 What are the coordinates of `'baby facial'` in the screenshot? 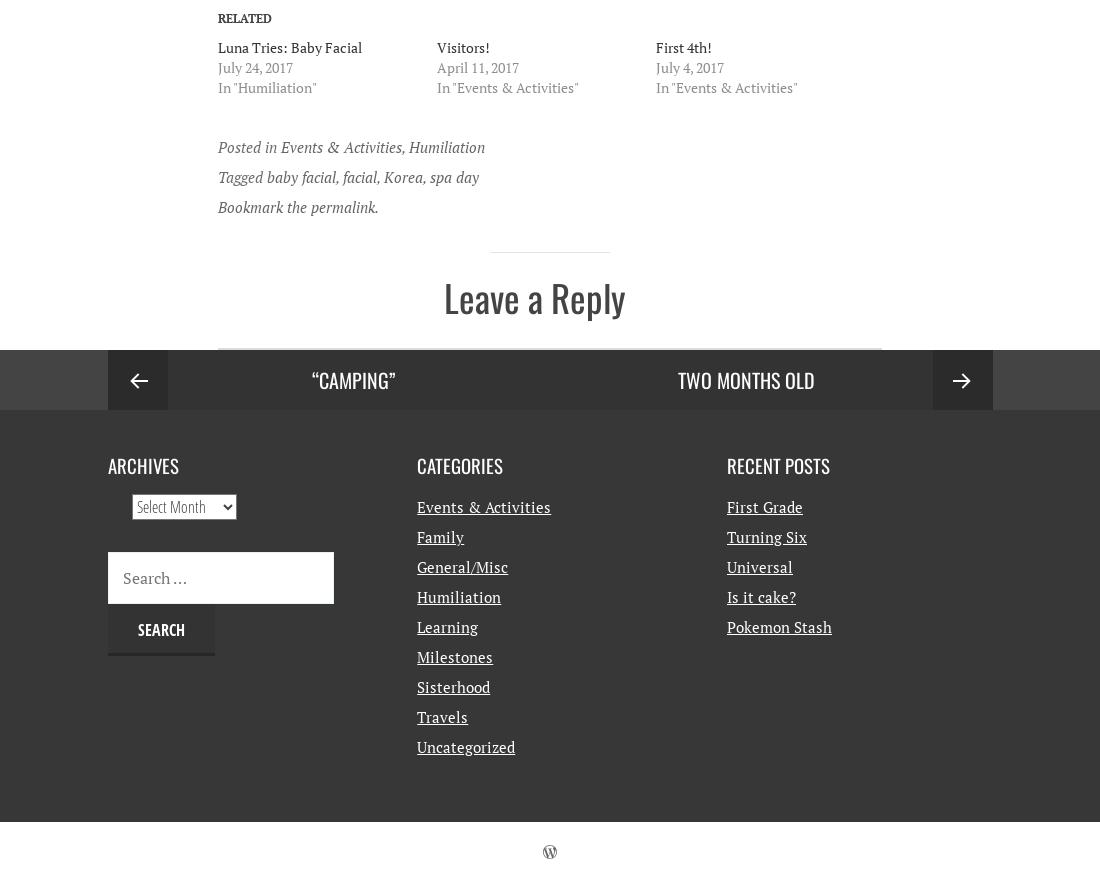 It's located at (300, 176).